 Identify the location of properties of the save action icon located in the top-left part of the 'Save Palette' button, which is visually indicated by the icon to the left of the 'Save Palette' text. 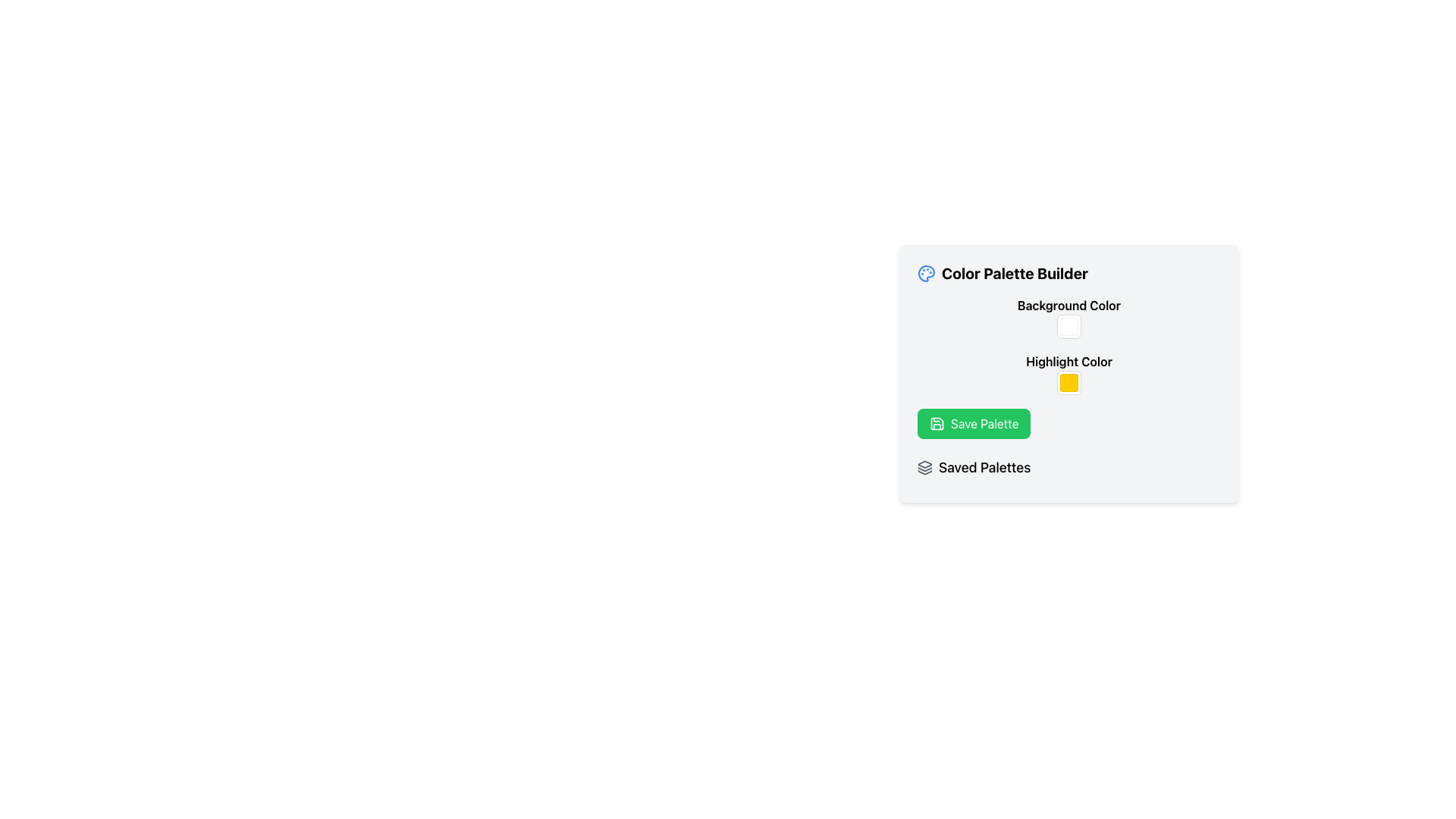
(937, 424).